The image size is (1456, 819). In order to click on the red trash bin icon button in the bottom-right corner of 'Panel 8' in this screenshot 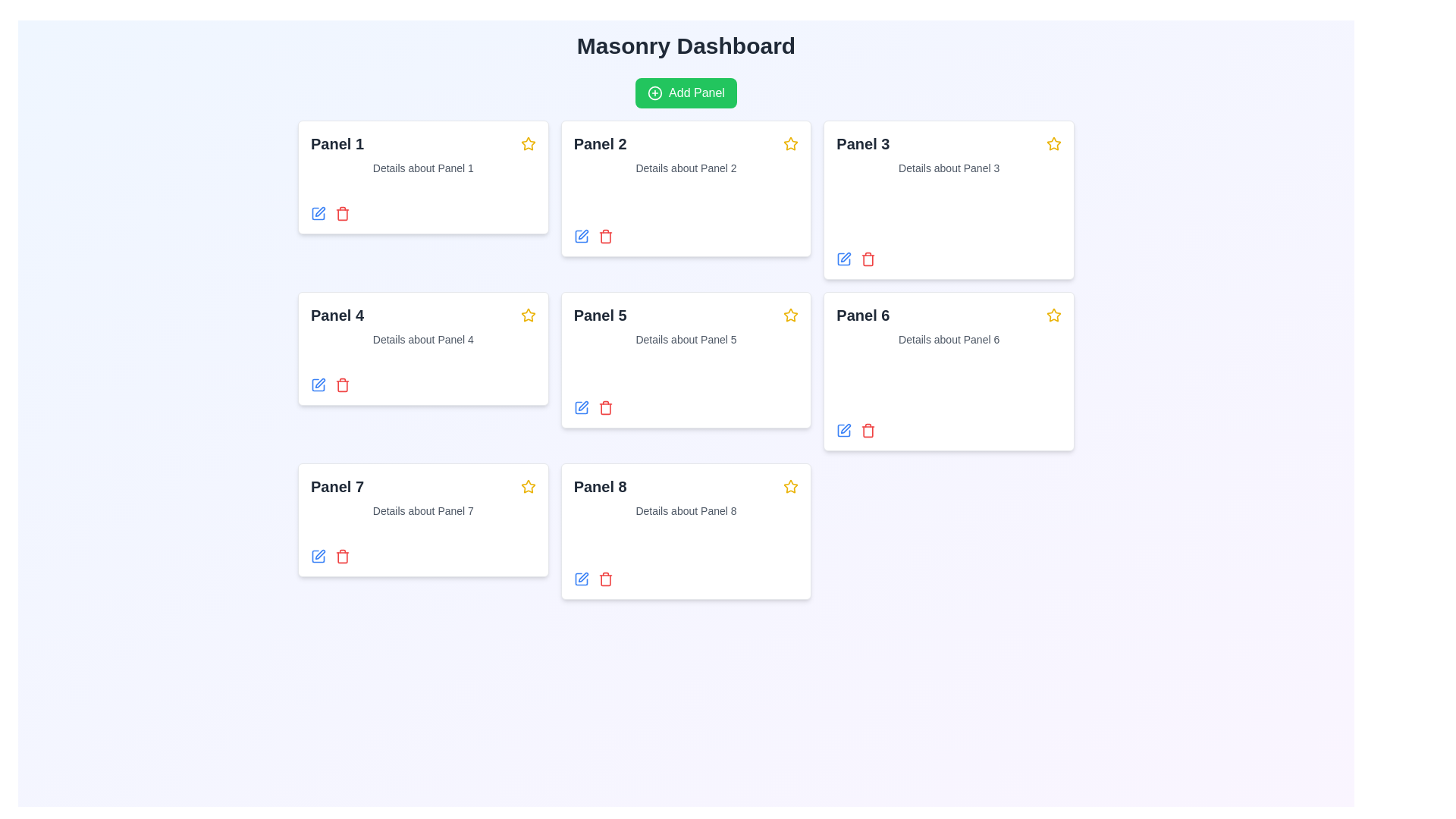, I will do `click(604, 579)`.